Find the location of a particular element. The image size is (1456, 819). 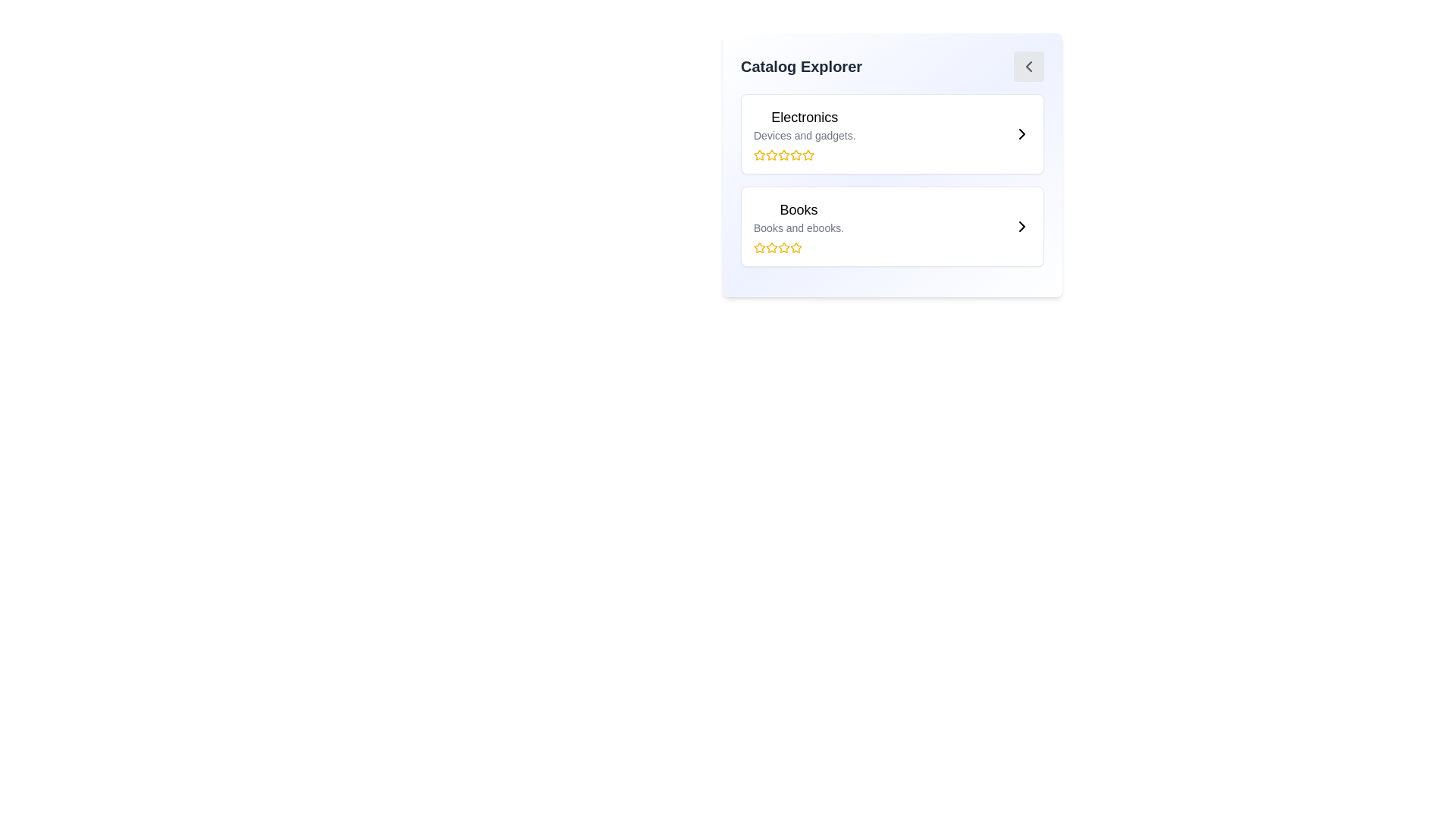

the star-based rating selector located beneath the 'Books and ebooks.' text in the 'Books' section is located at coordinates (798, 247).